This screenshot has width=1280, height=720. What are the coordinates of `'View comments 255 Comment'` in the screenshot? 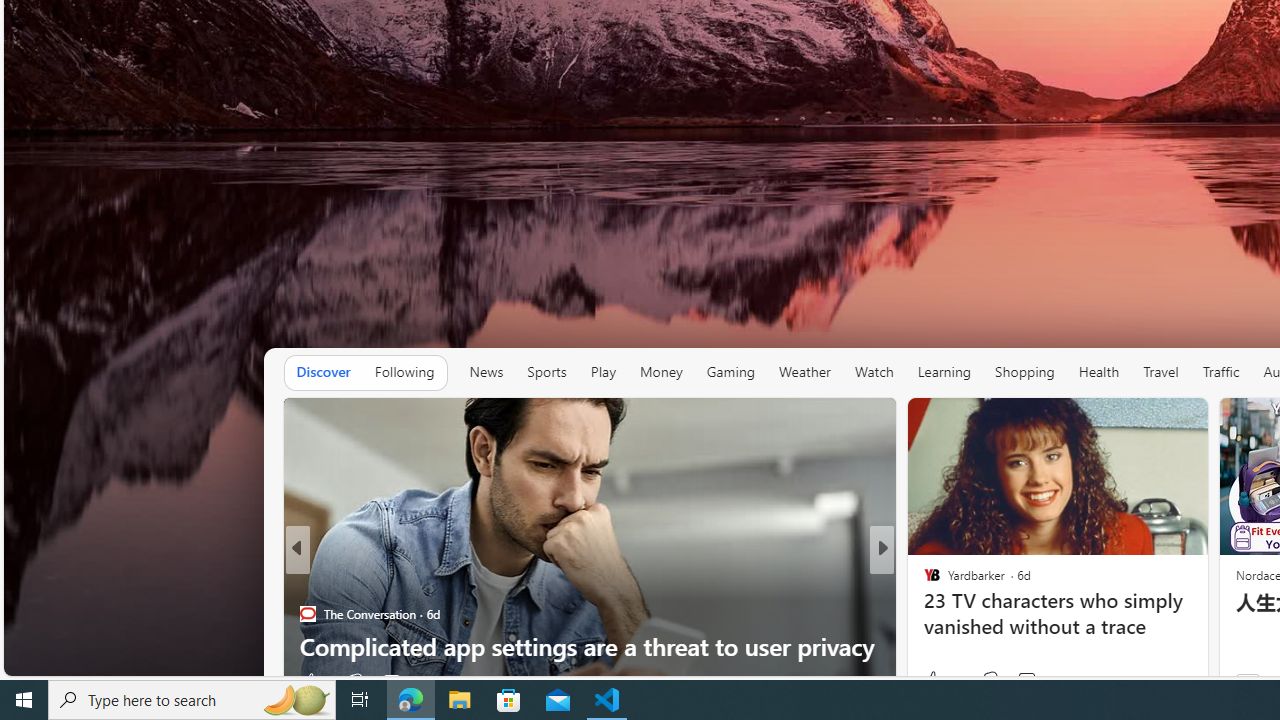 It's located at (1013, 680).